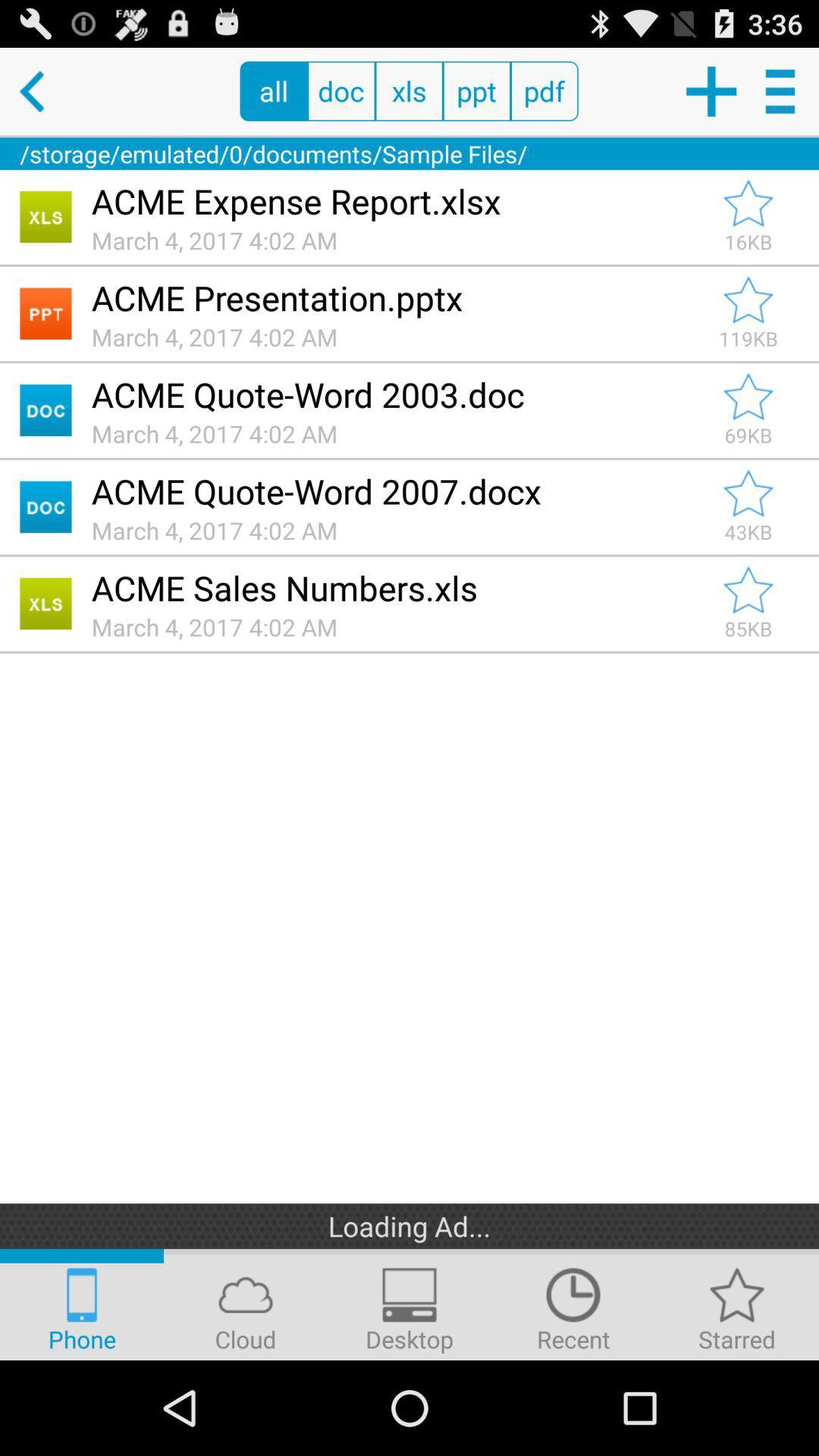 This screenshot has height=1456, width=819. Describe the element at coordinates (748, 300) in the screenshot. I see `mark as important` at that location.